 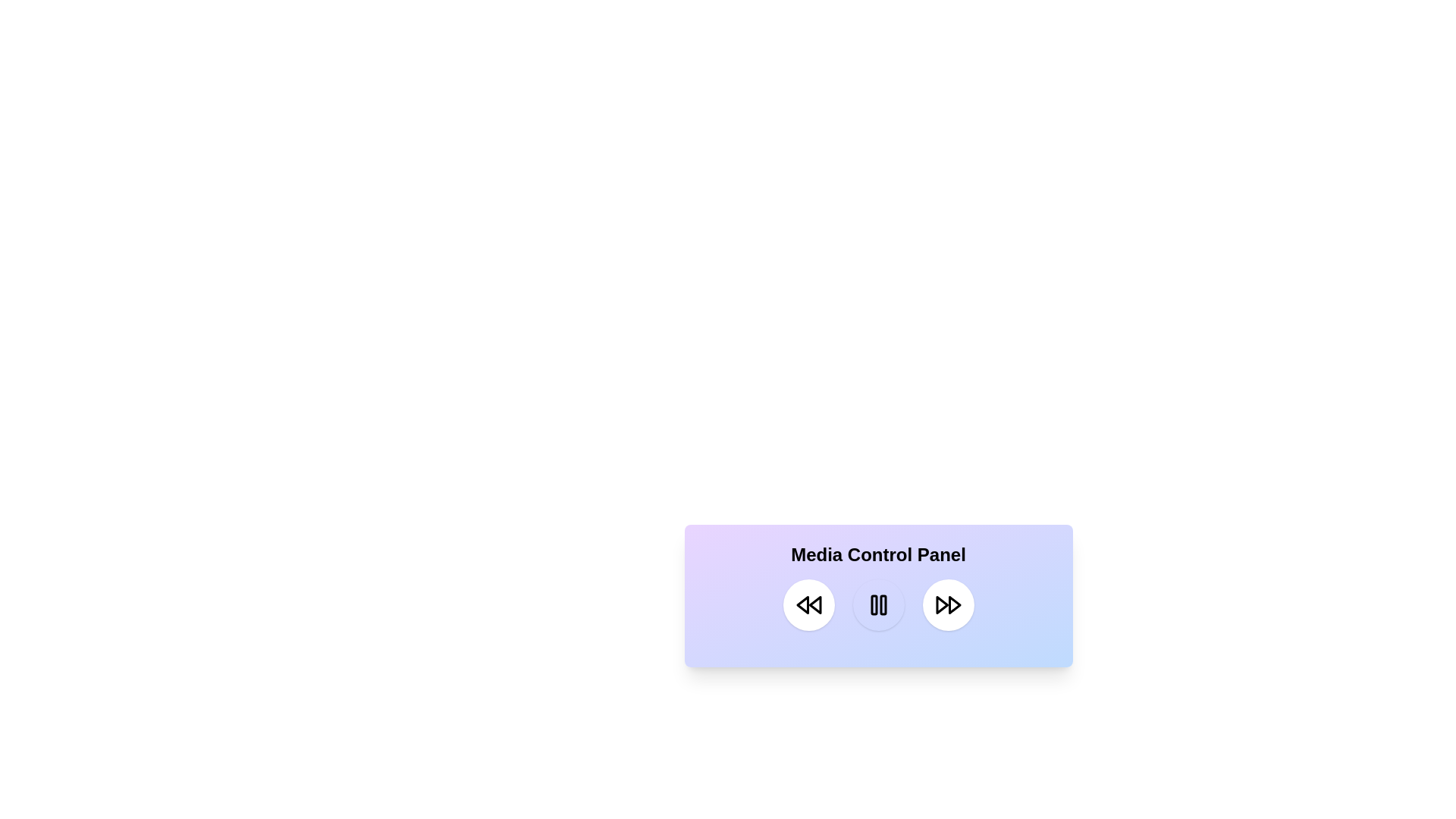 What do you see at coordinates (947, 604) in the screenshot?
I see `the circular fast-forward button with a white background and an icon of two forward-pointing triangles` at bounding box center [947, 604].